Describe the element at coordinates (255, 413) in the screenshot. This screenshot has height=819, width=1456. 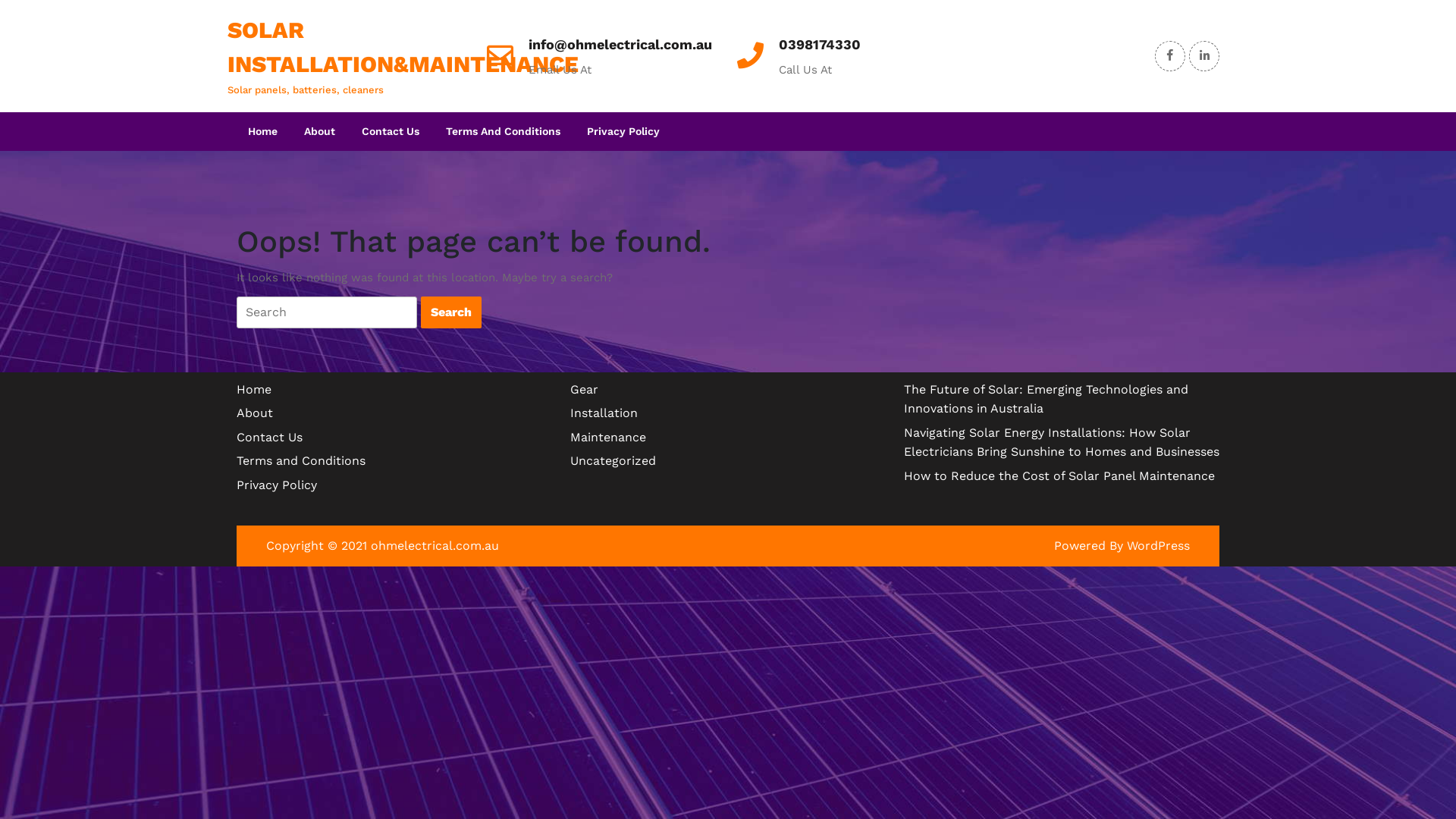
I see `'About'` at that location.